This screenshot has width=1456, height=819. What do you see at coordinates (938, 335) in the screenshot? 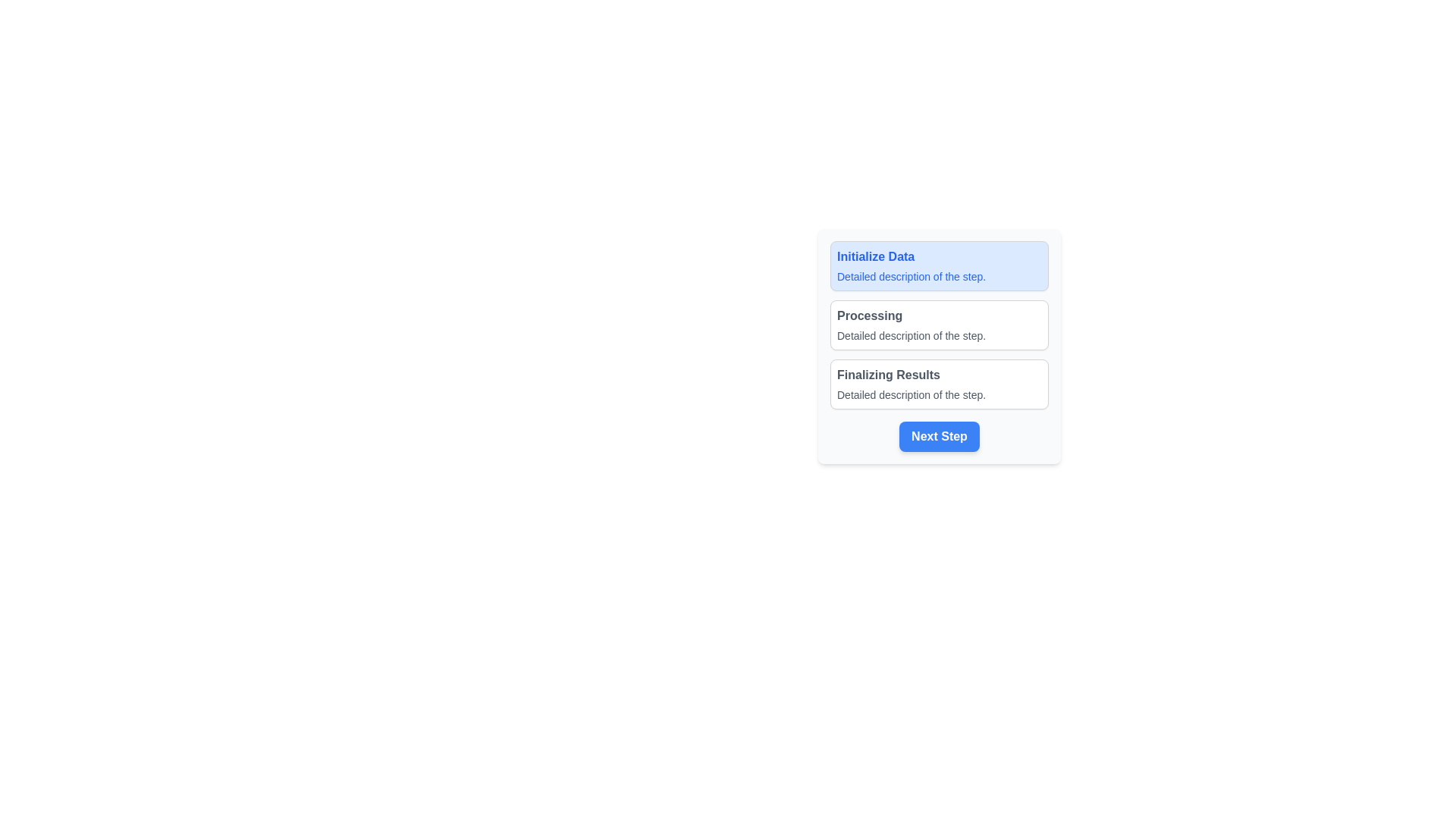
I see `the static text element reading 'Detailed description of the step.' located in the 'Processing' section of the step sequence interface` at bounding box center [938, 335].